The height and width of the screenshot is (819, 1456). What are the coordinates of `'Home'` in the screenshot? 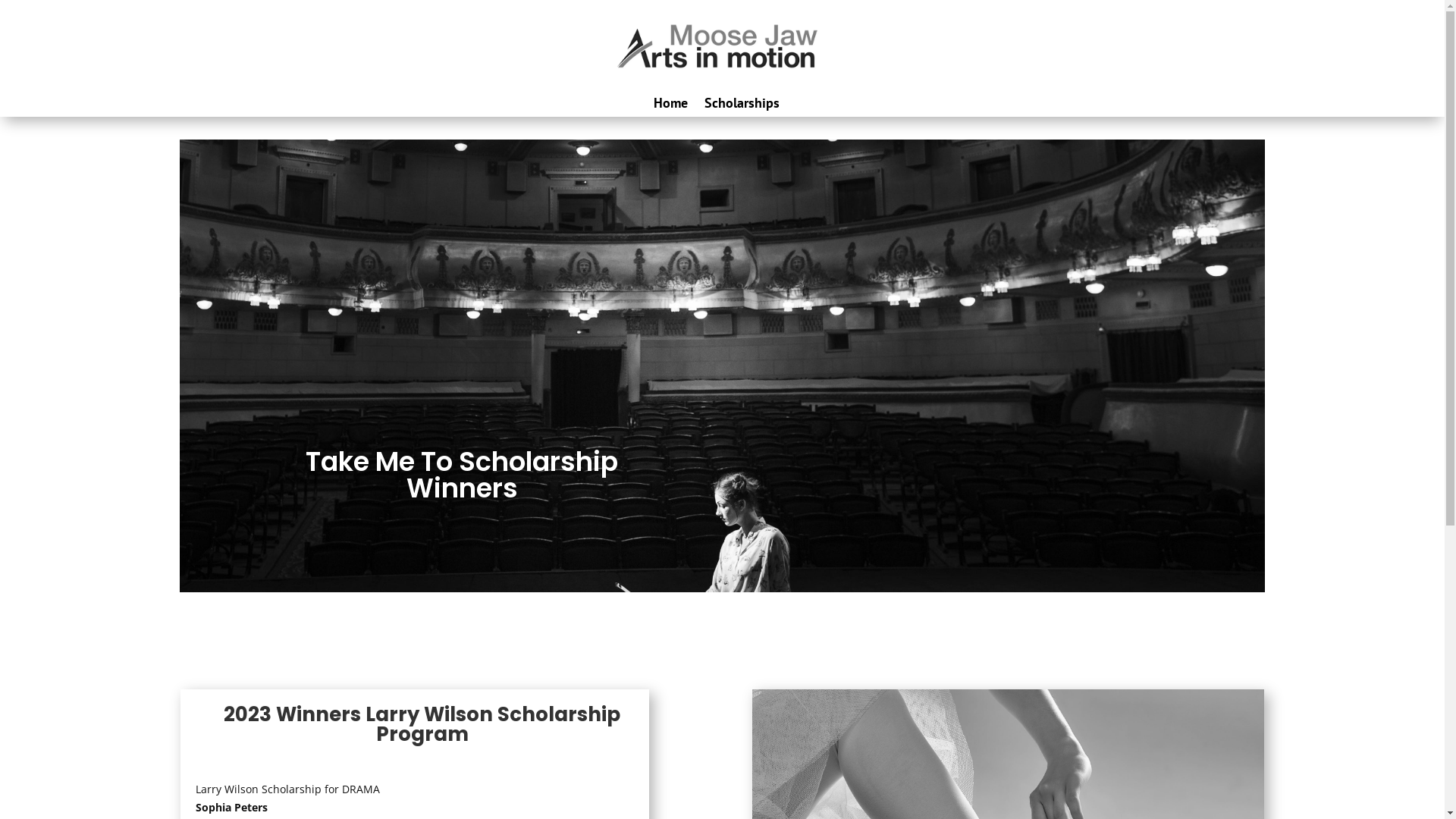 It's located at (654, 102).